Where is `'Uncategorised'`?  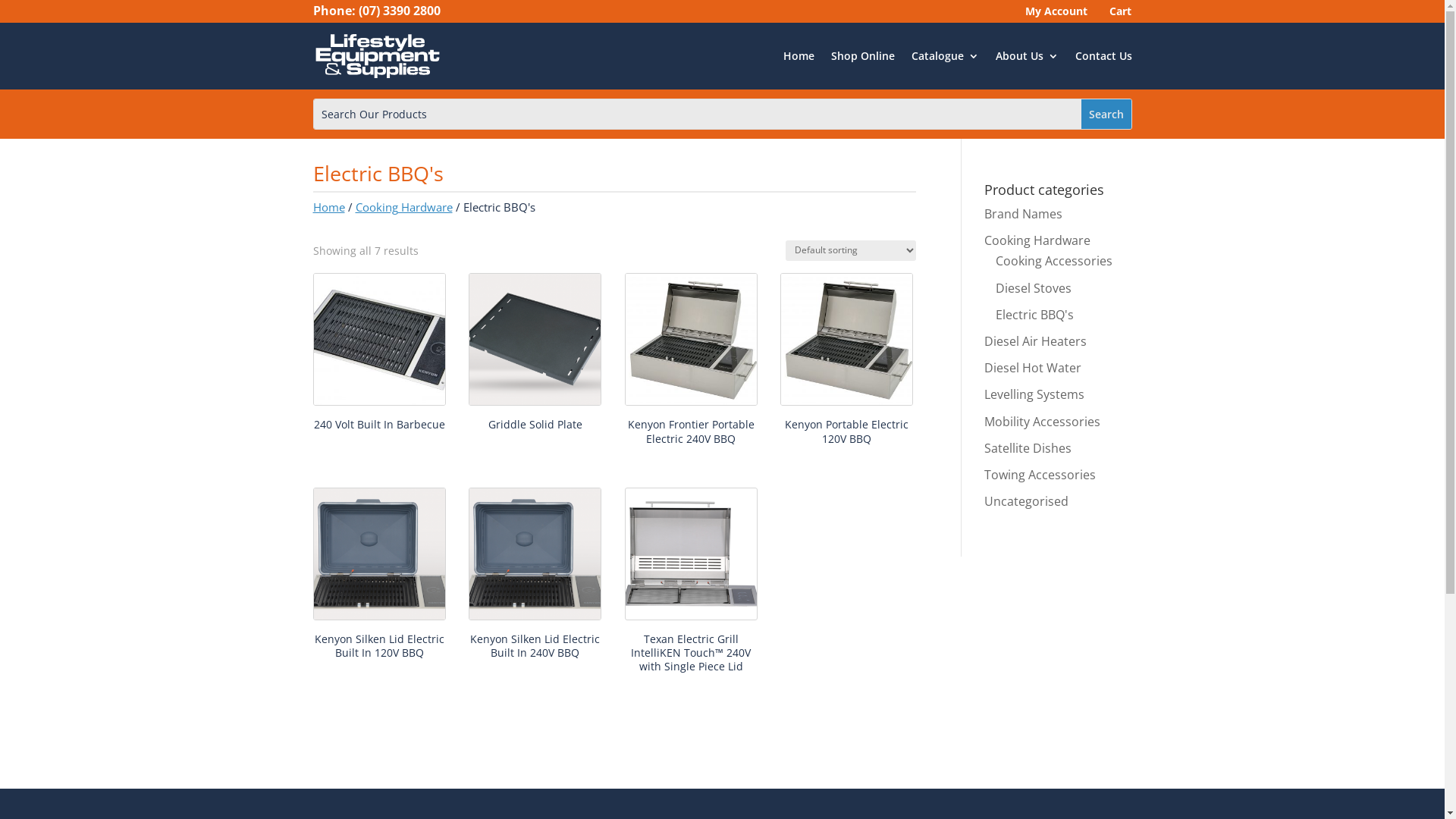
'Uncategorised' is located at coordinates (1026, 500).